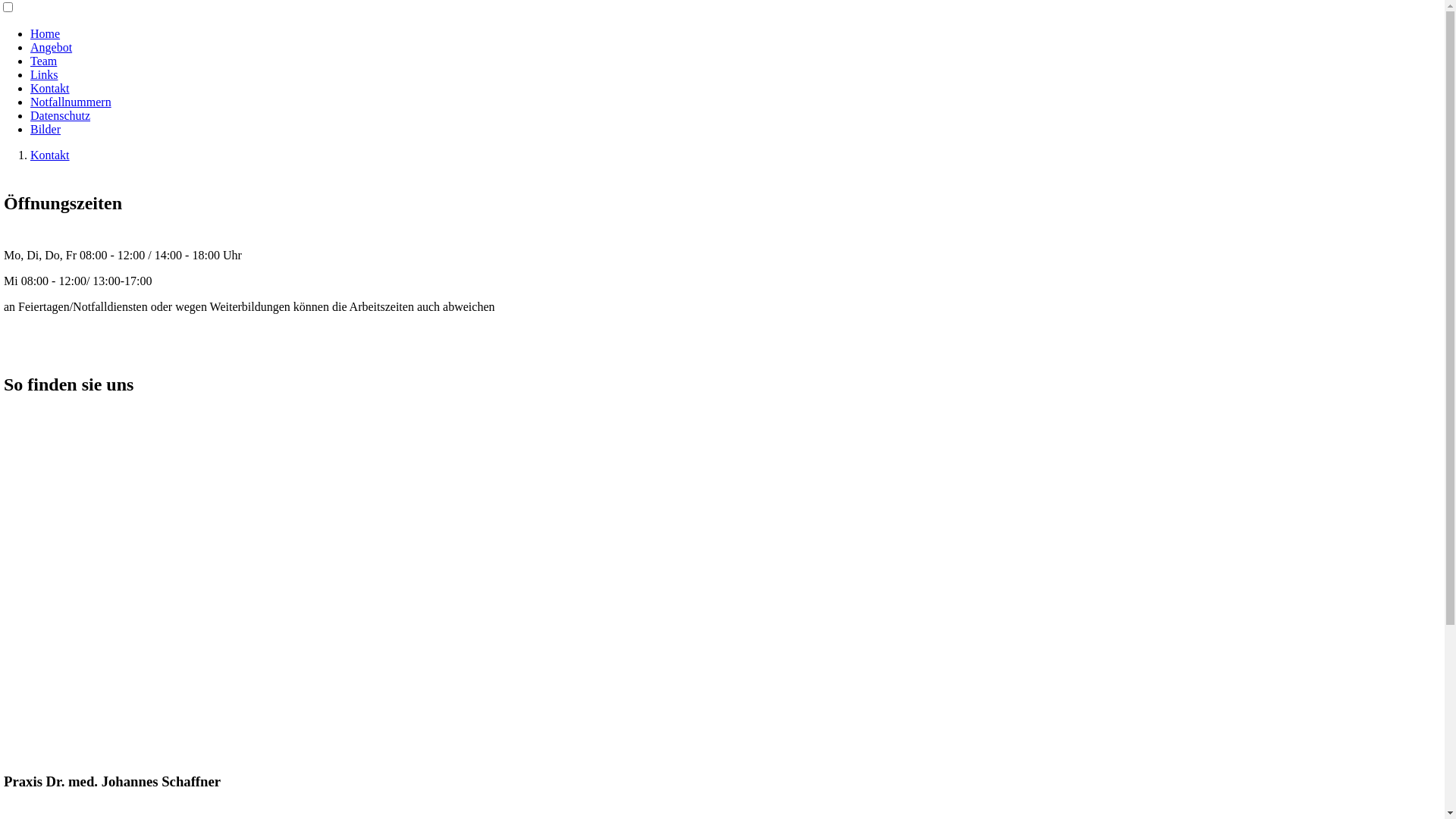  What do you see at coordinates (30, 102) in the screenshot?
I see `'Notfallnummern'` at bounding box center [30, 102].